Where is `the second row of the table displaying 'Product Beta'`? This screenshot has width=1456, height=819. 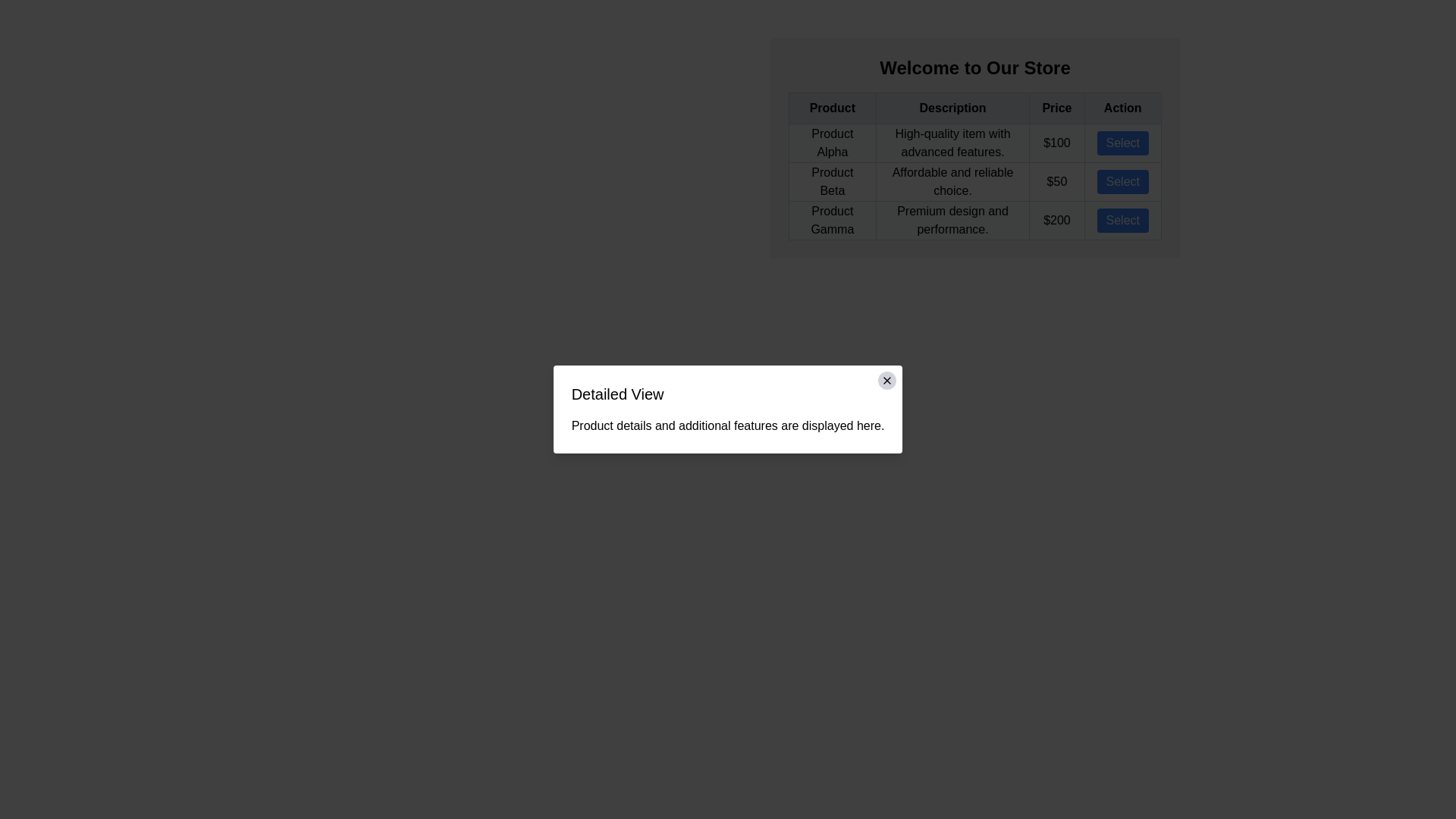 the second row of the table displaying 'Product Beta' is located at coordinates (975, 180).